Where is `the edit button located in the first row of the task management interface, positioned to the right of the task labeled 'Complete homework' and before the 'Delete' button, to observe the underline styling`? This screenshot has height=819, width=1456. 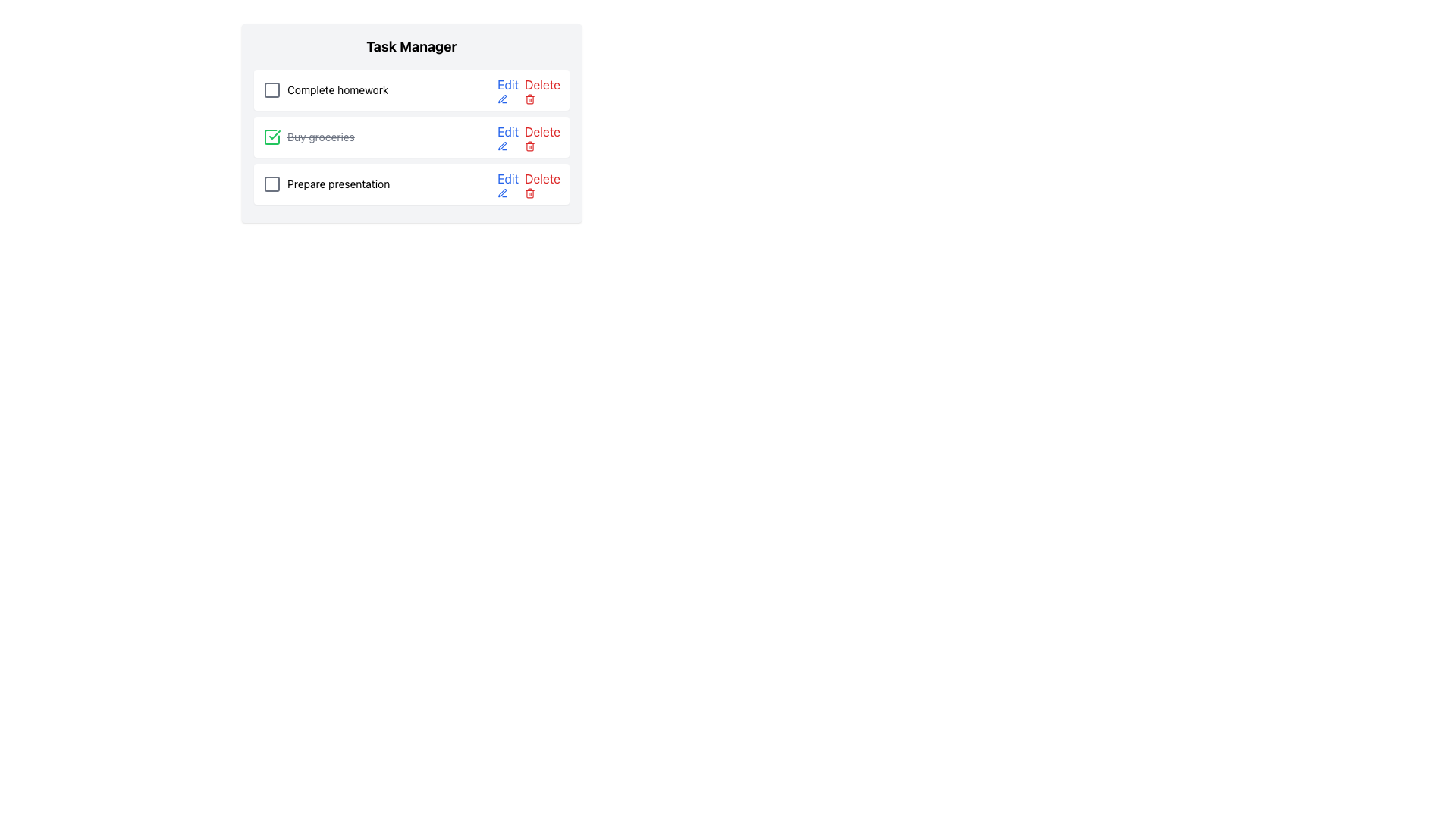 the edit button located in the first row of the task management interface, positioned to the right of the task labeled 'Complete homework' and before the 'Delete' button, to observe the underline styling is located at coordinates (508, 90).